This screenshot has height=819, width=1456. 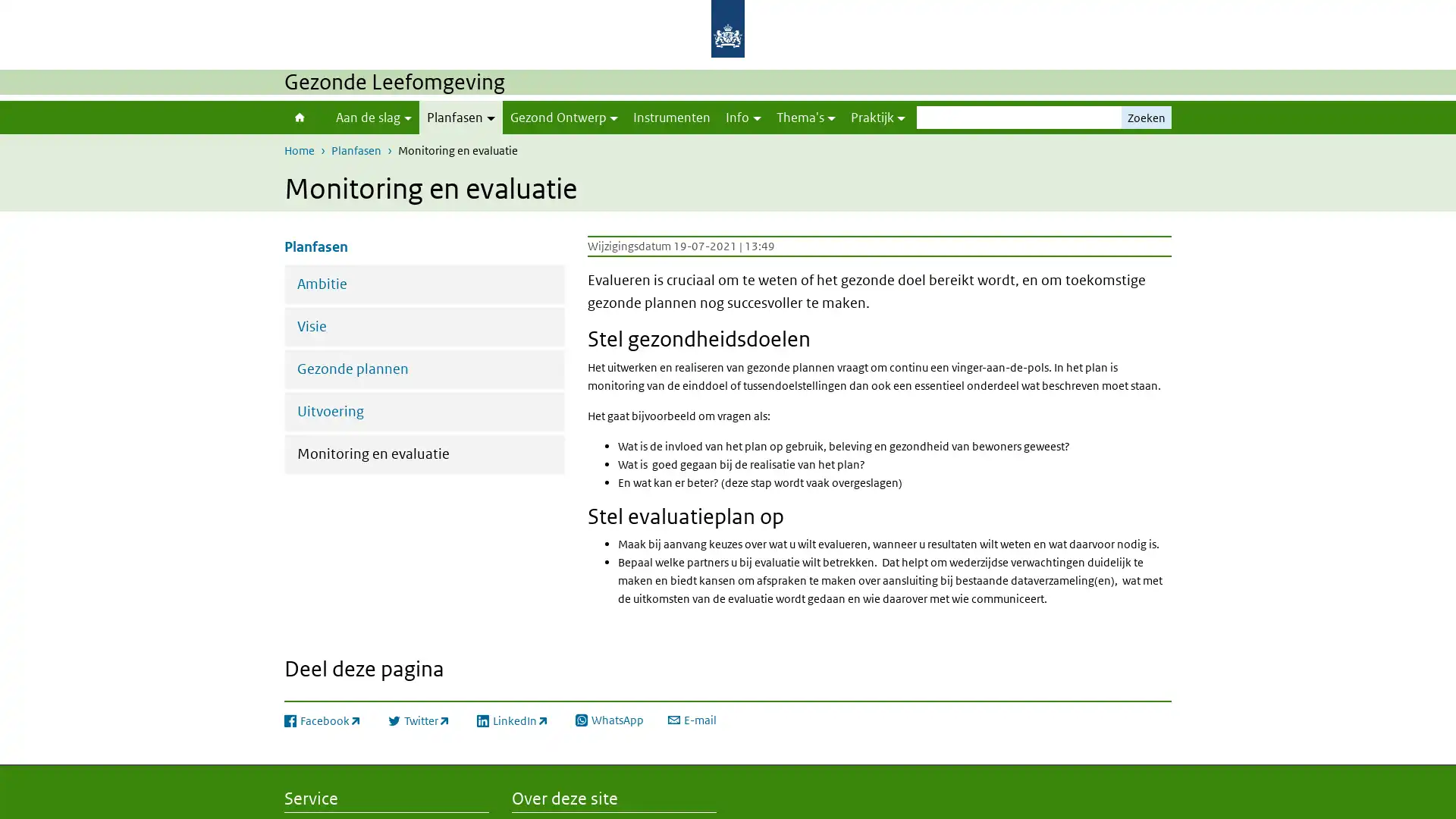 What do you see at coordinates (1147, 116) in the screenshot?
I see `Zoeken` at bounding box center [1147, 116].